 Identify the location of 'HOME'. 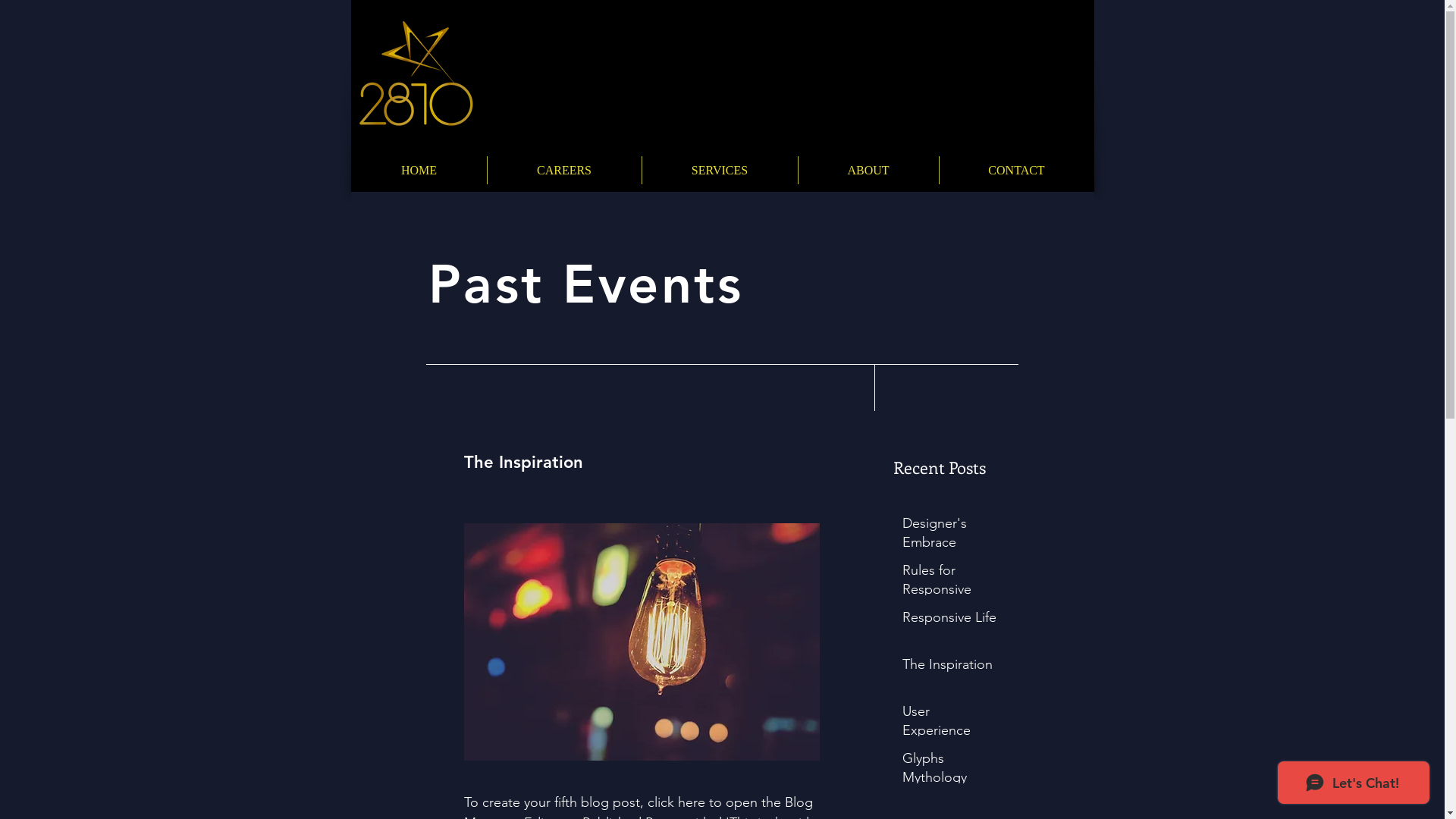
(419, 170).